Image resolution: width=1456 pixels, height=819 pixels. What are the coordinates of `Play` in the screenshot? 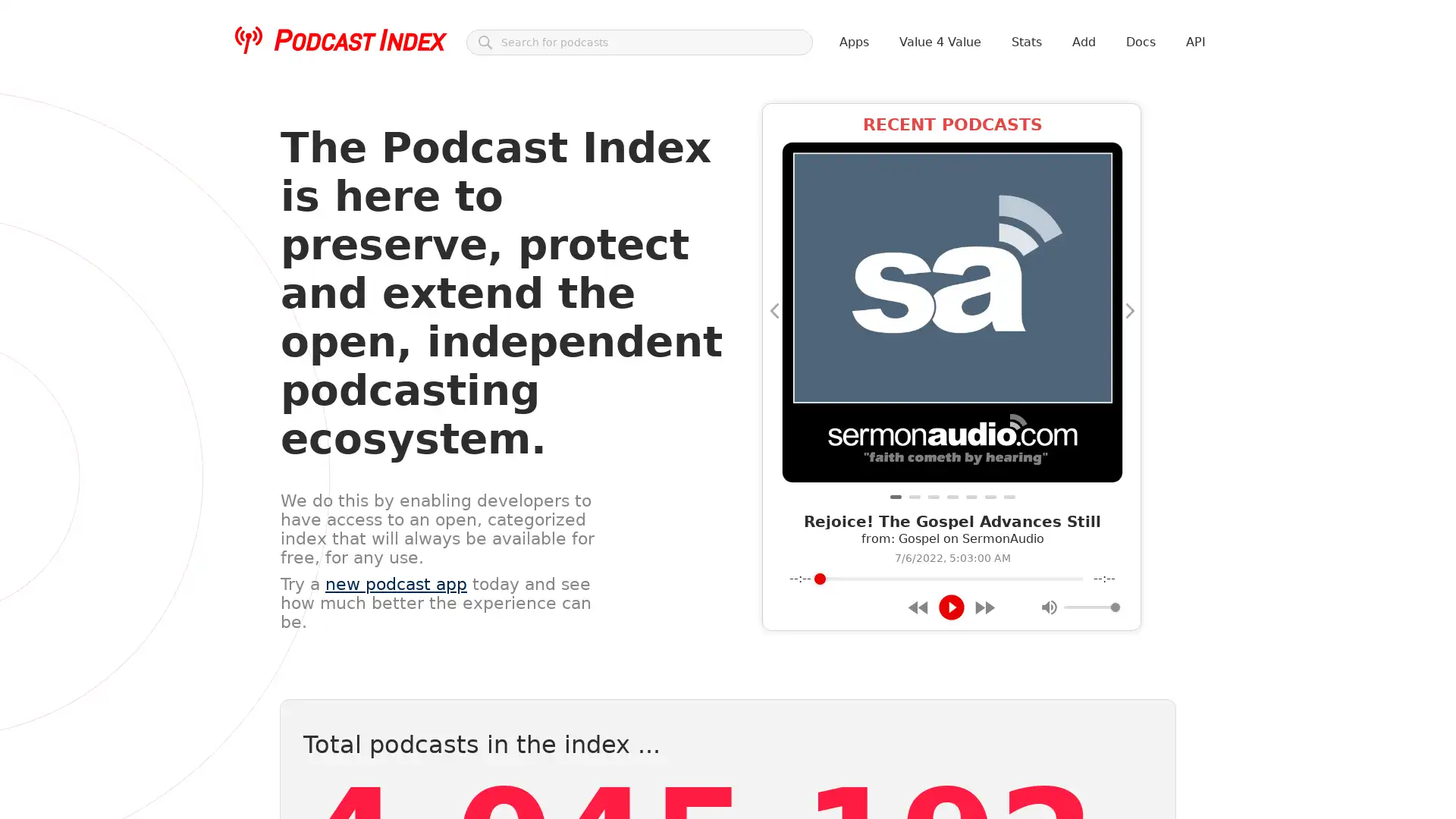 It's located at (950, 607).